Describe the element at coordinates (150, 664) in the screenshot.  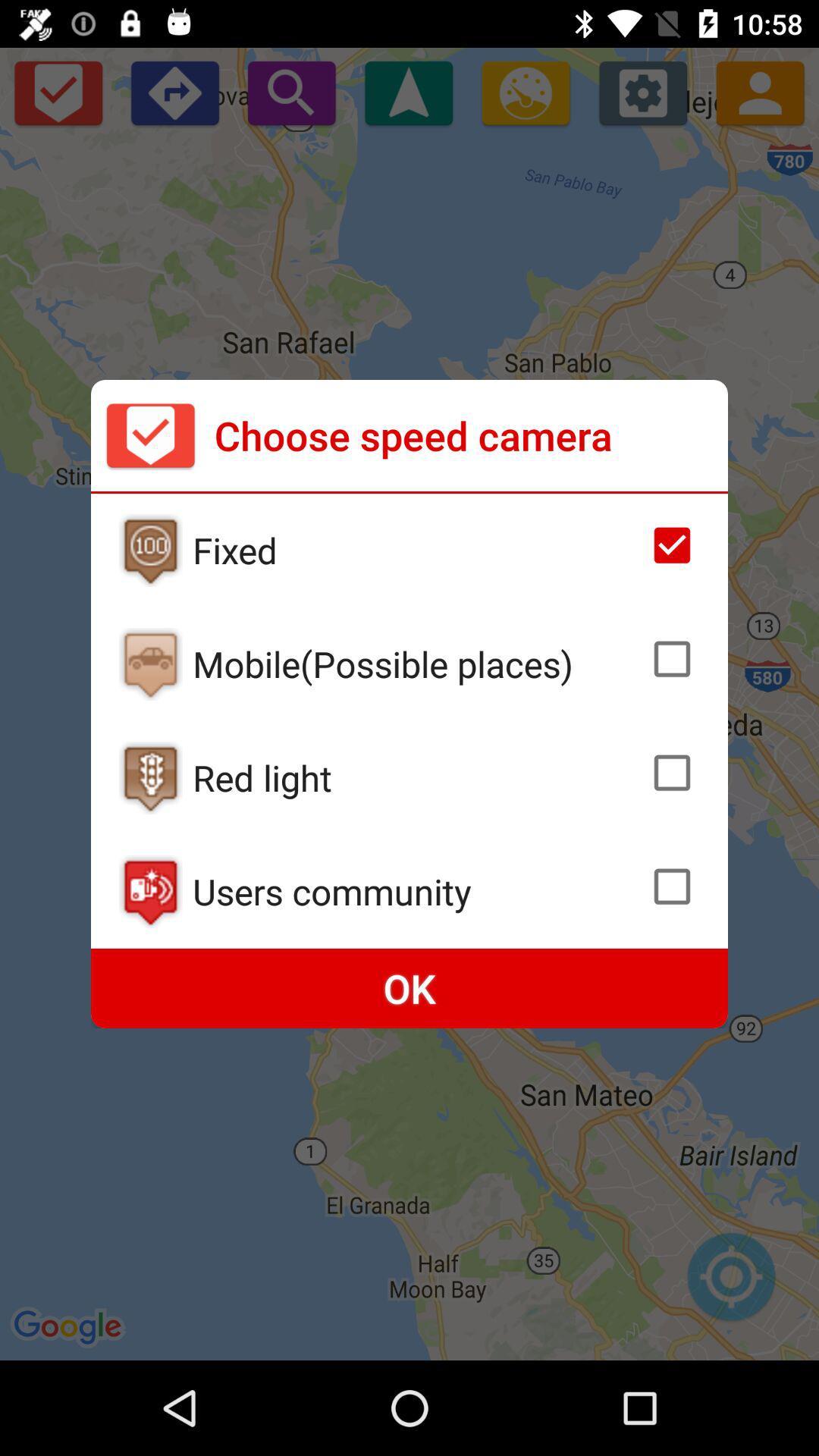
I see `mobile app` at that location.